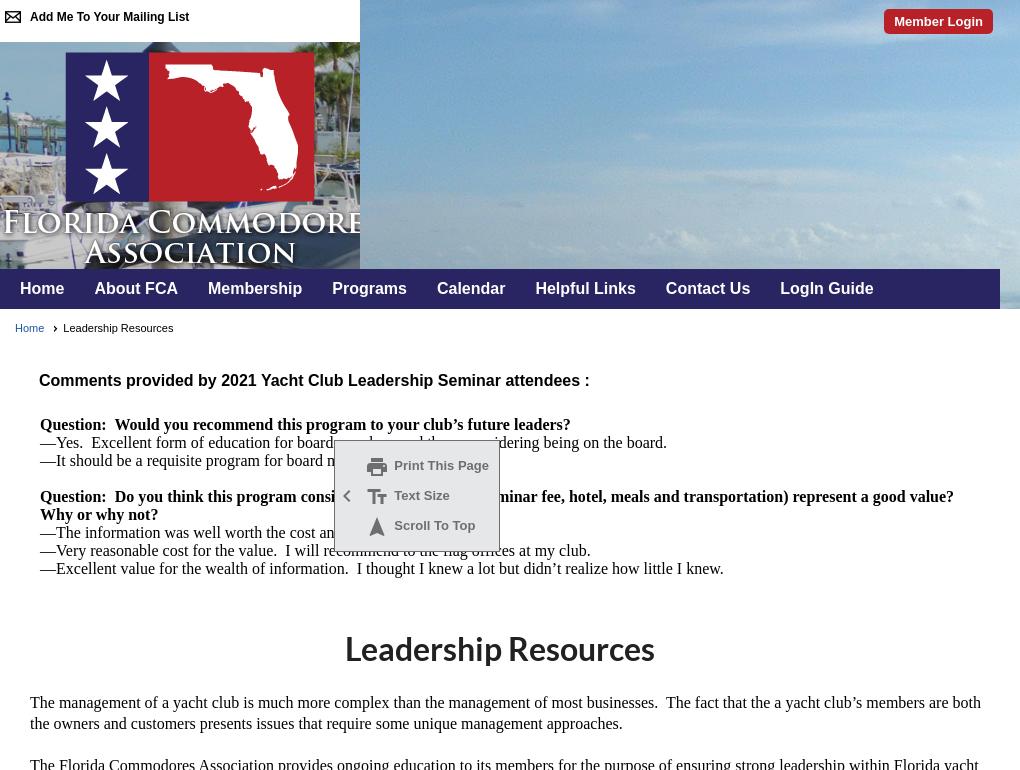 The height and width of the screenshot is (770, 1020). I want to click on 'Home', so click(28, 327).